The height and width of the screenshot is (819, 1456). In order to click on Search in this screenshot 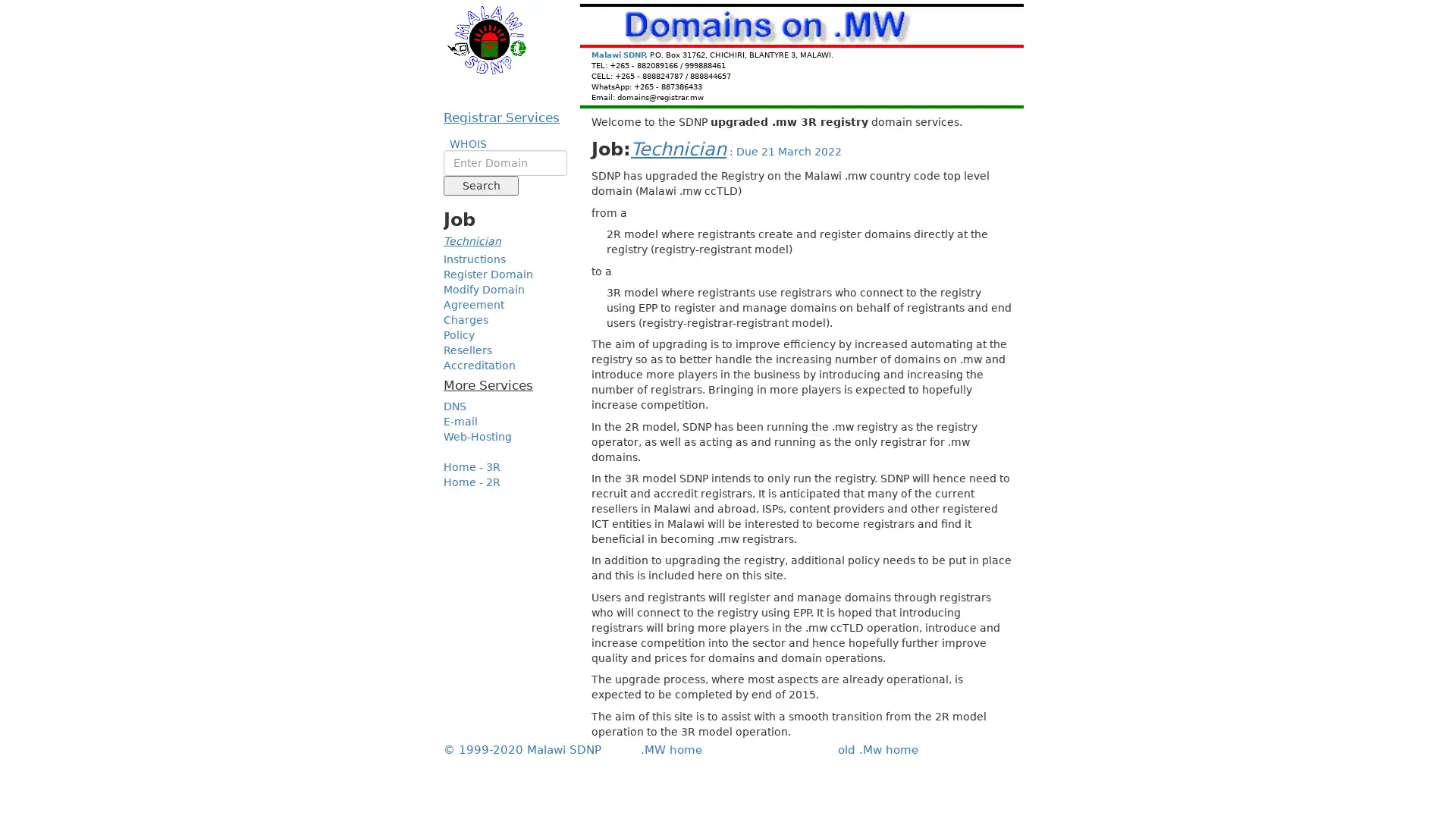, I will do `click(480, 185)`.